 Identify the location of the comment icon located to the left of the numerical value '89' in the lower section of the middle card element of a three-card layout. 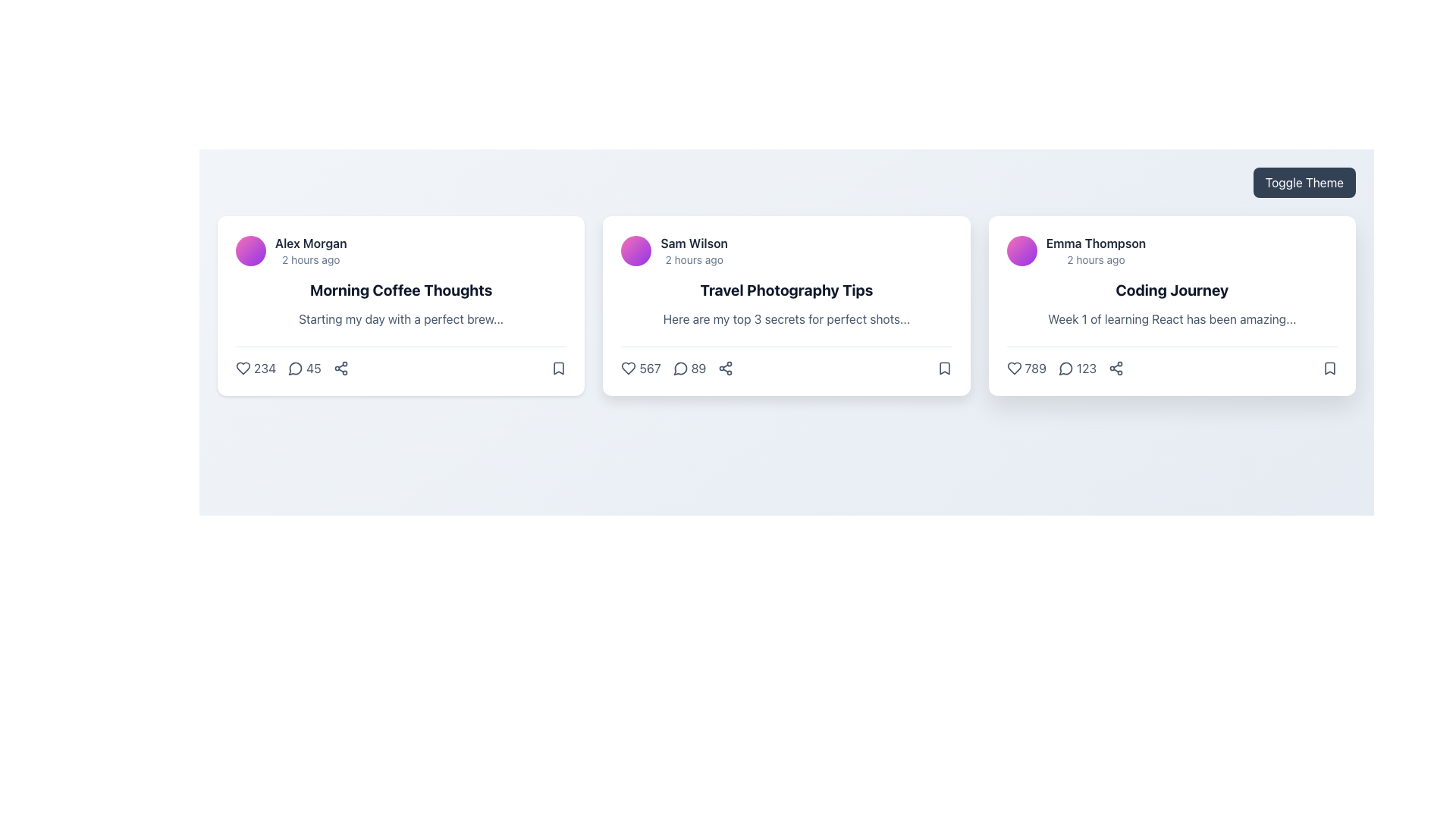
(679, 369).